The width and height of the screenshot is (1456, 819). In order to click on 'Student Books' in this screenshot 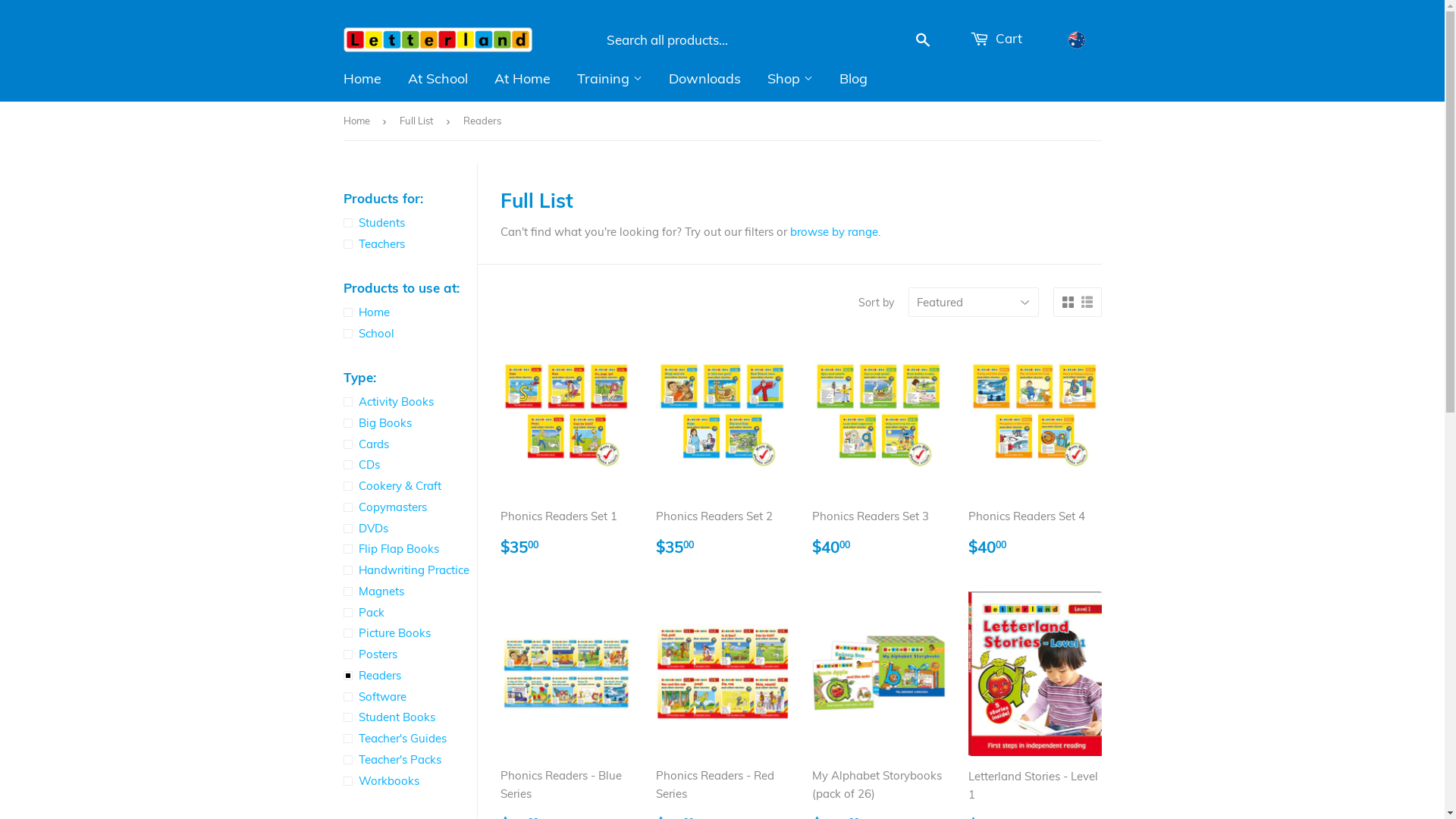, I will do `click(341, 717)`.